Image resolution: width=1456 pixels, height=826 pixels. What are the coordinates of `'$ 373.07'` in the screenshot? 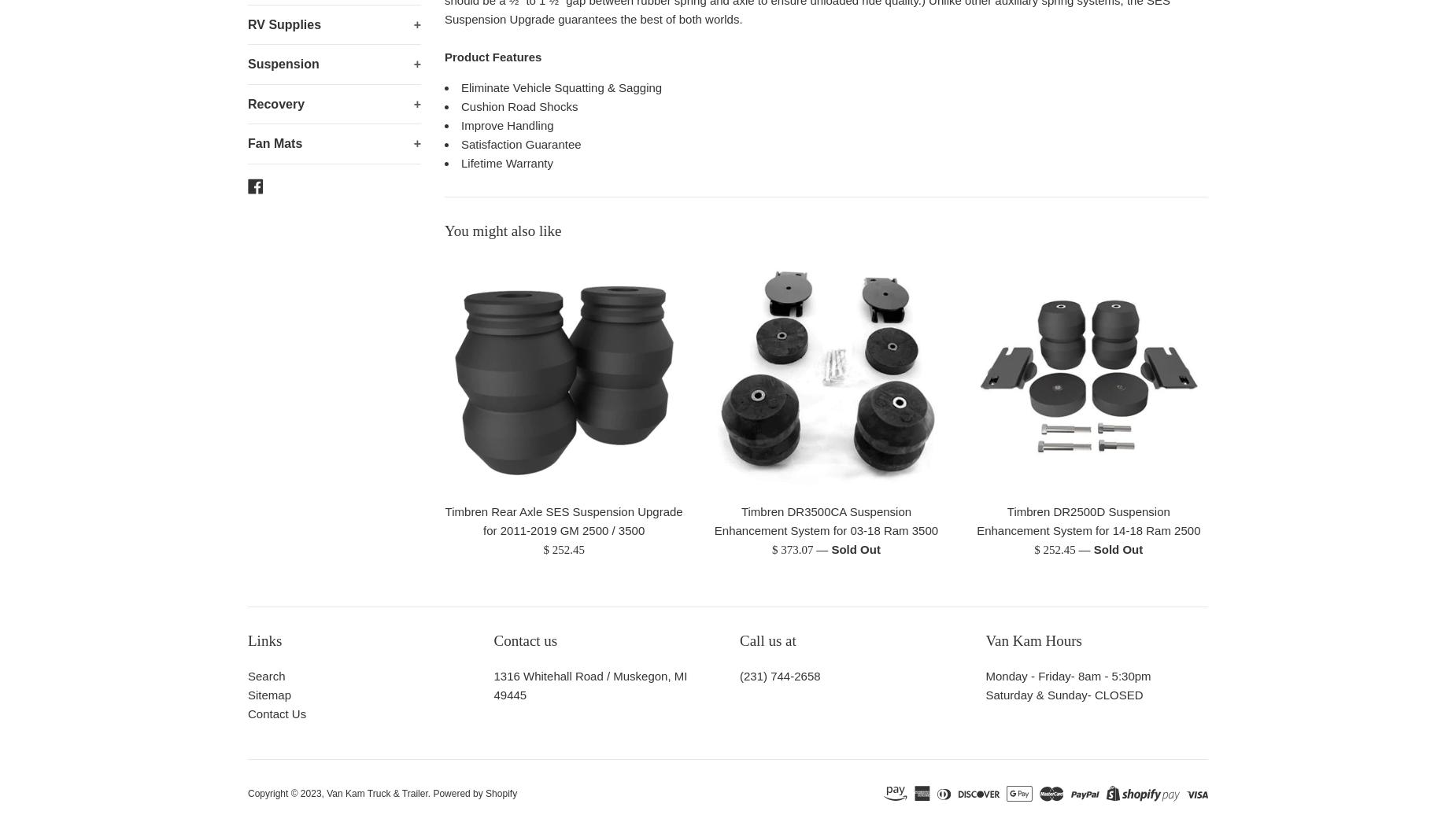 It's located at (793, 549).